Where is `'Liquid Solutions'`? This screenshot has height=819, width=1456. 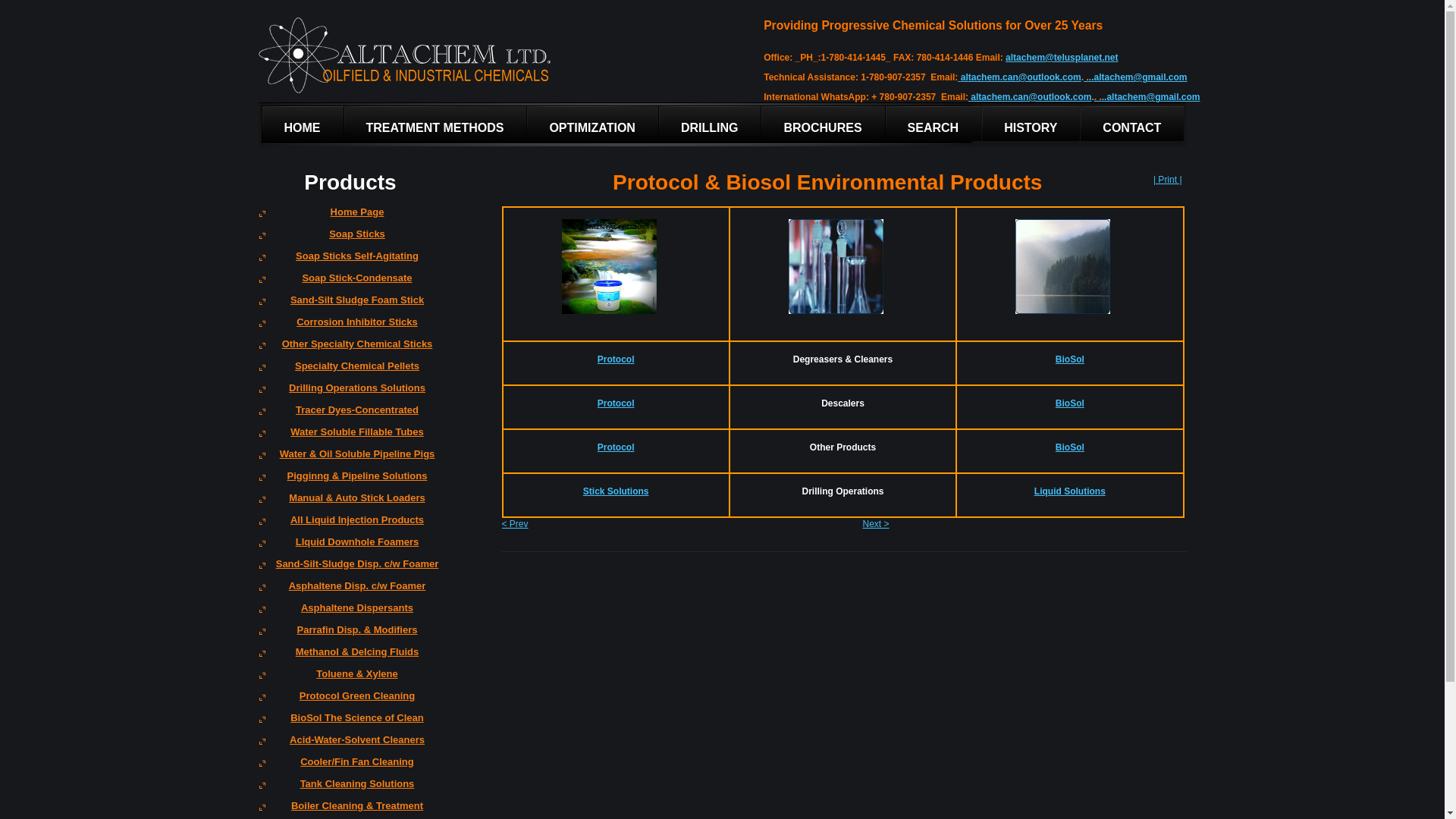
'Liquid Solutions' is located at coordinates (1069, 491).